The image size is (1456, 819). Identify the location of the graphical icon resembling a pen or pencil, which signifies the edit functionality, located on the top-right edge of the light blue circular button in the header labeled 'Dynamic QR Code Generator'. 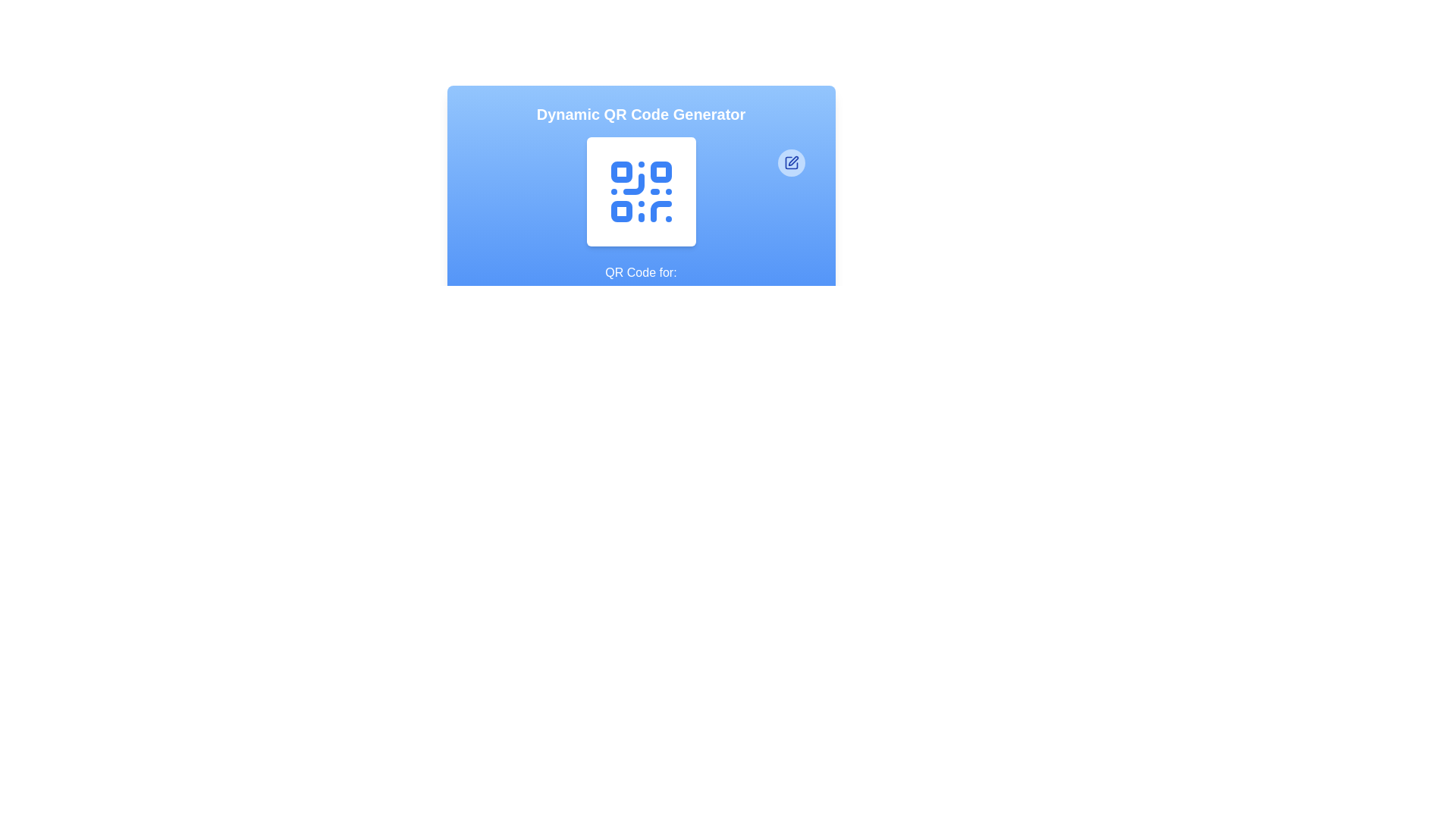
(790, 163).